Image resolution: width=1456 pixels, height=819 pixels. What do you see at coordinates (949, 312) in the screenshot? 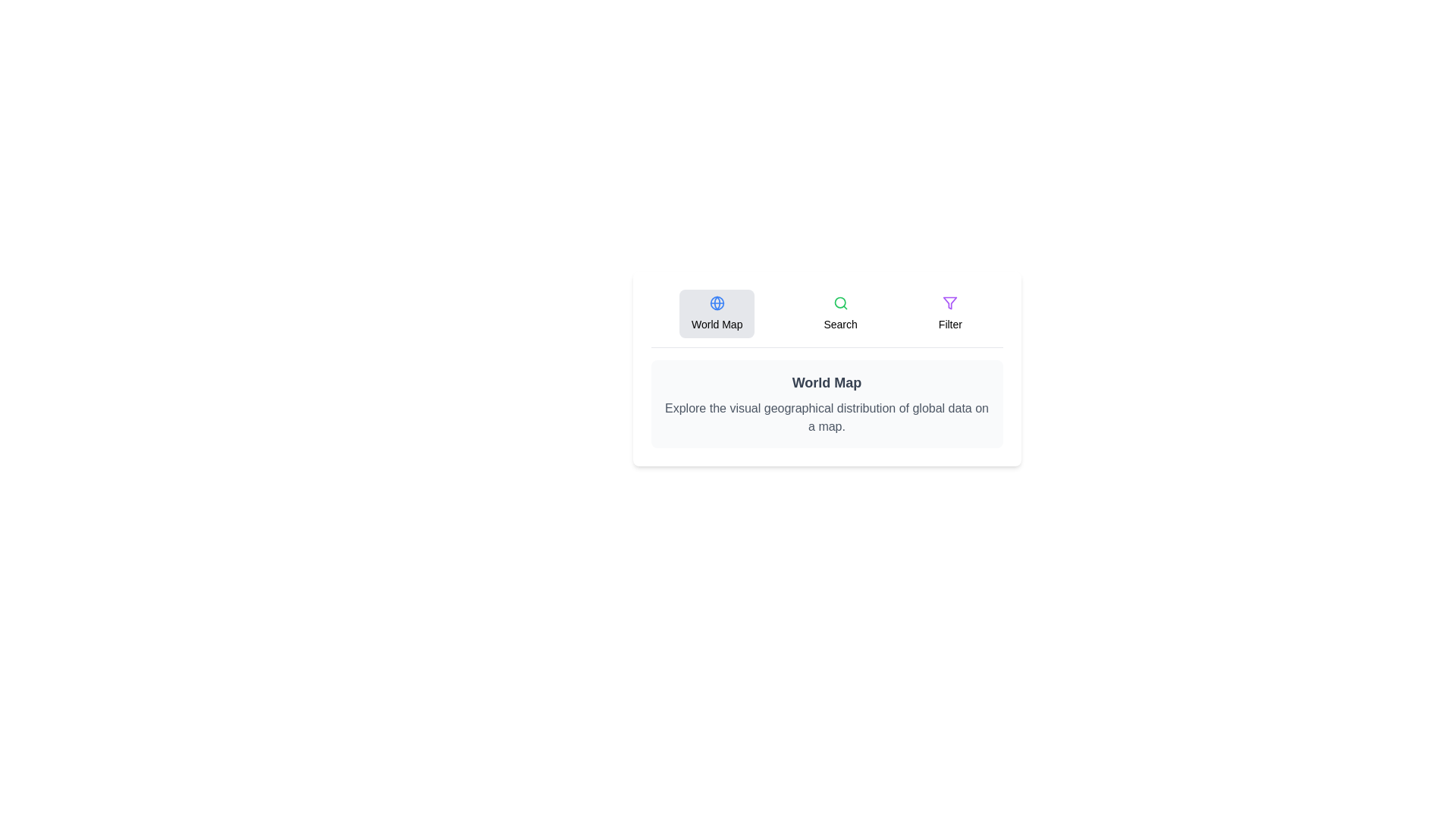
I see `the Filter tab` at bounding box center [949, 312].